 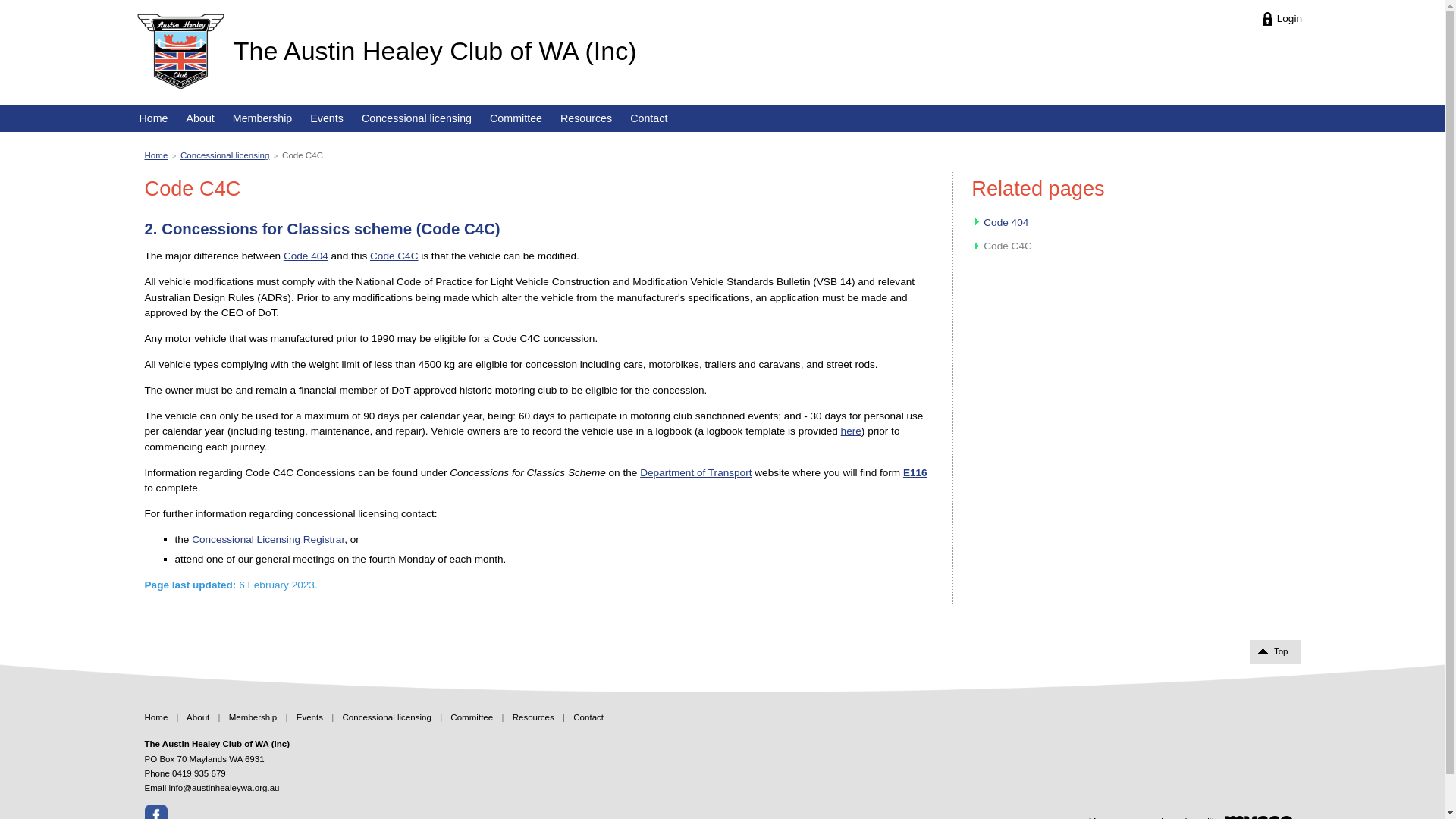 What do you see at coordinates (305, 255) in the screenshot?
I see `'Code 404'` at bounding box center [305, 255].